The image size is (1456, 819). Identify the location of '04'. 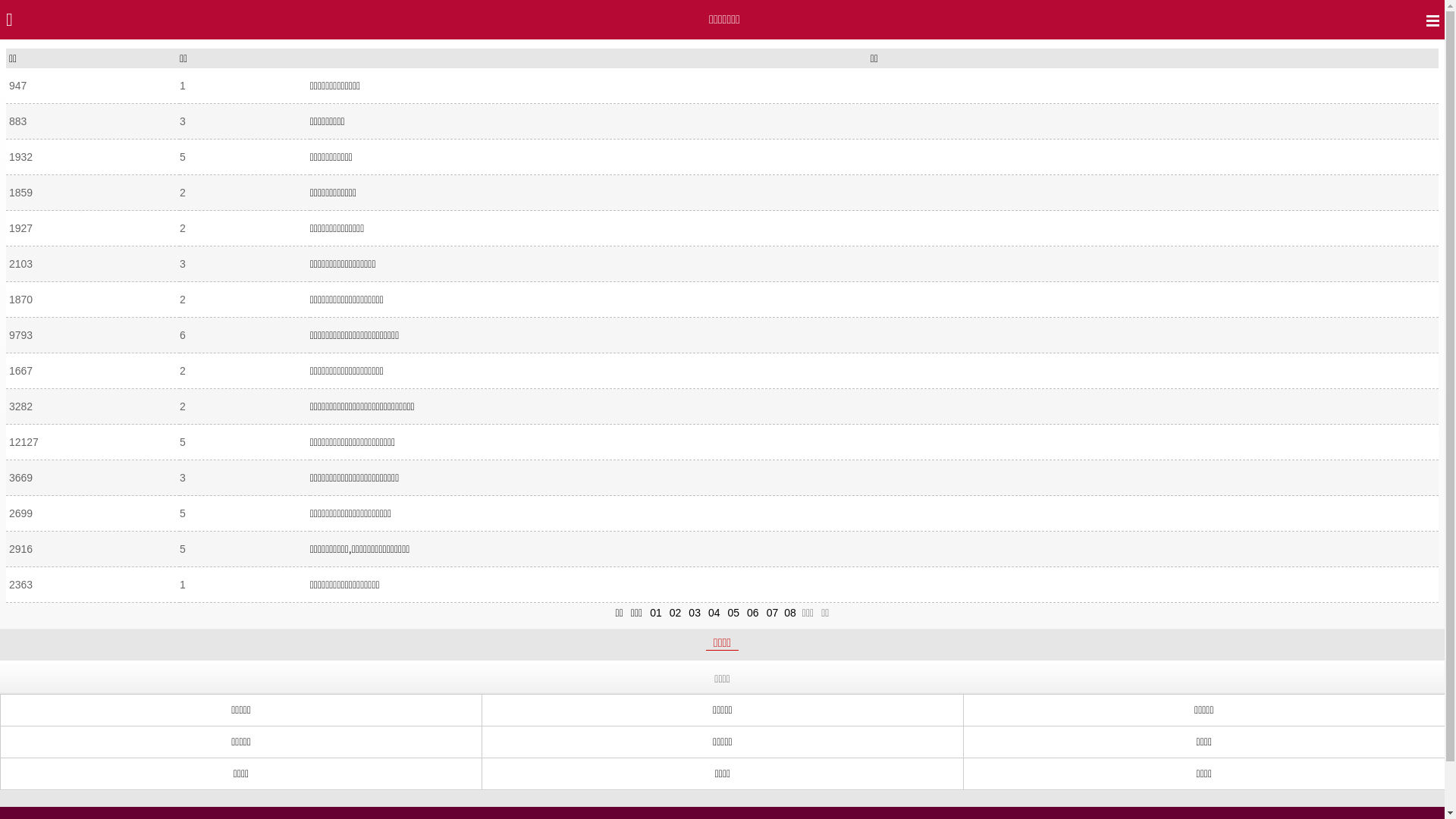
(713, 611).